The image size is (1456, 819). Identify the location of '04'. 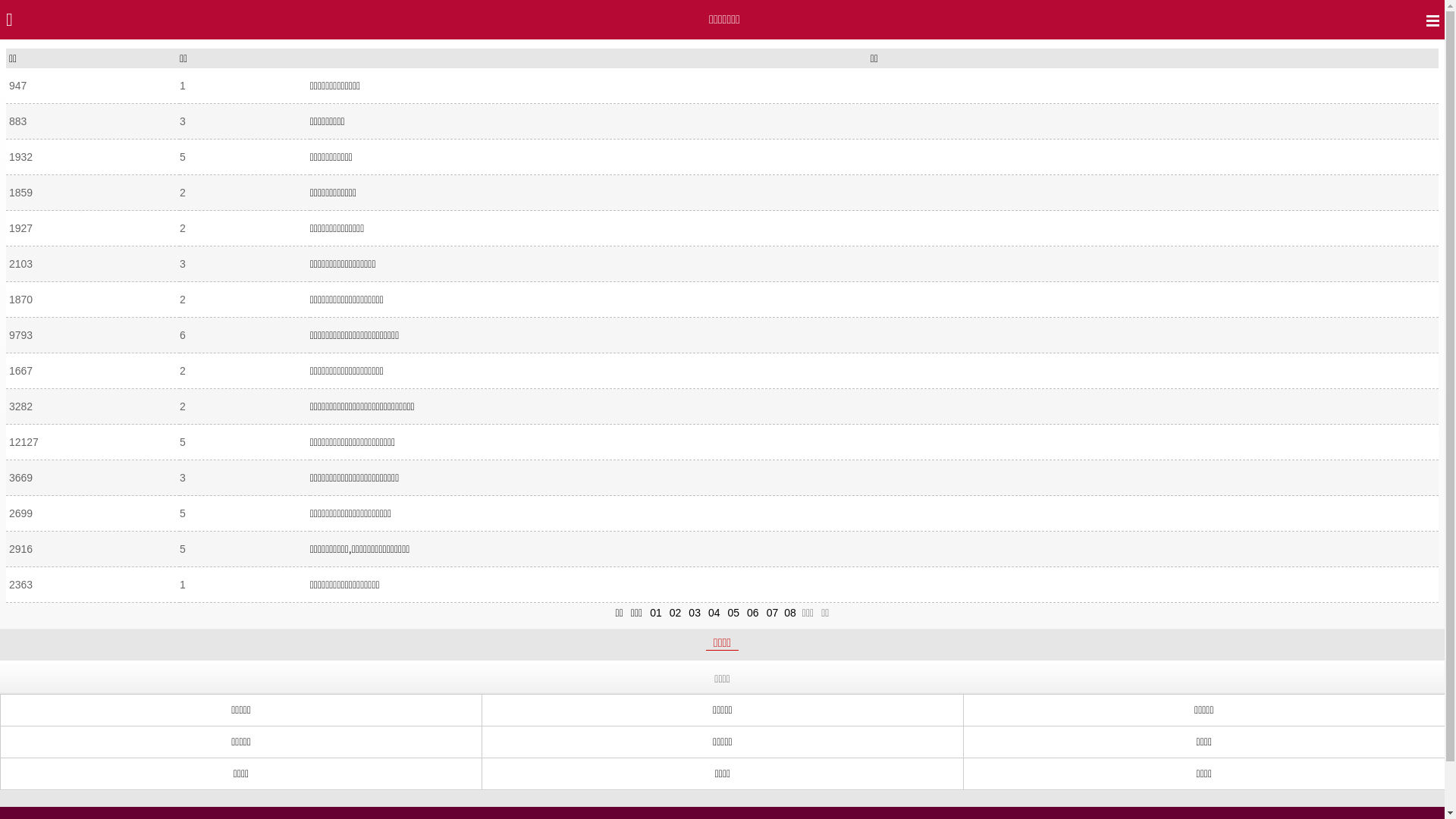
(713, 611).